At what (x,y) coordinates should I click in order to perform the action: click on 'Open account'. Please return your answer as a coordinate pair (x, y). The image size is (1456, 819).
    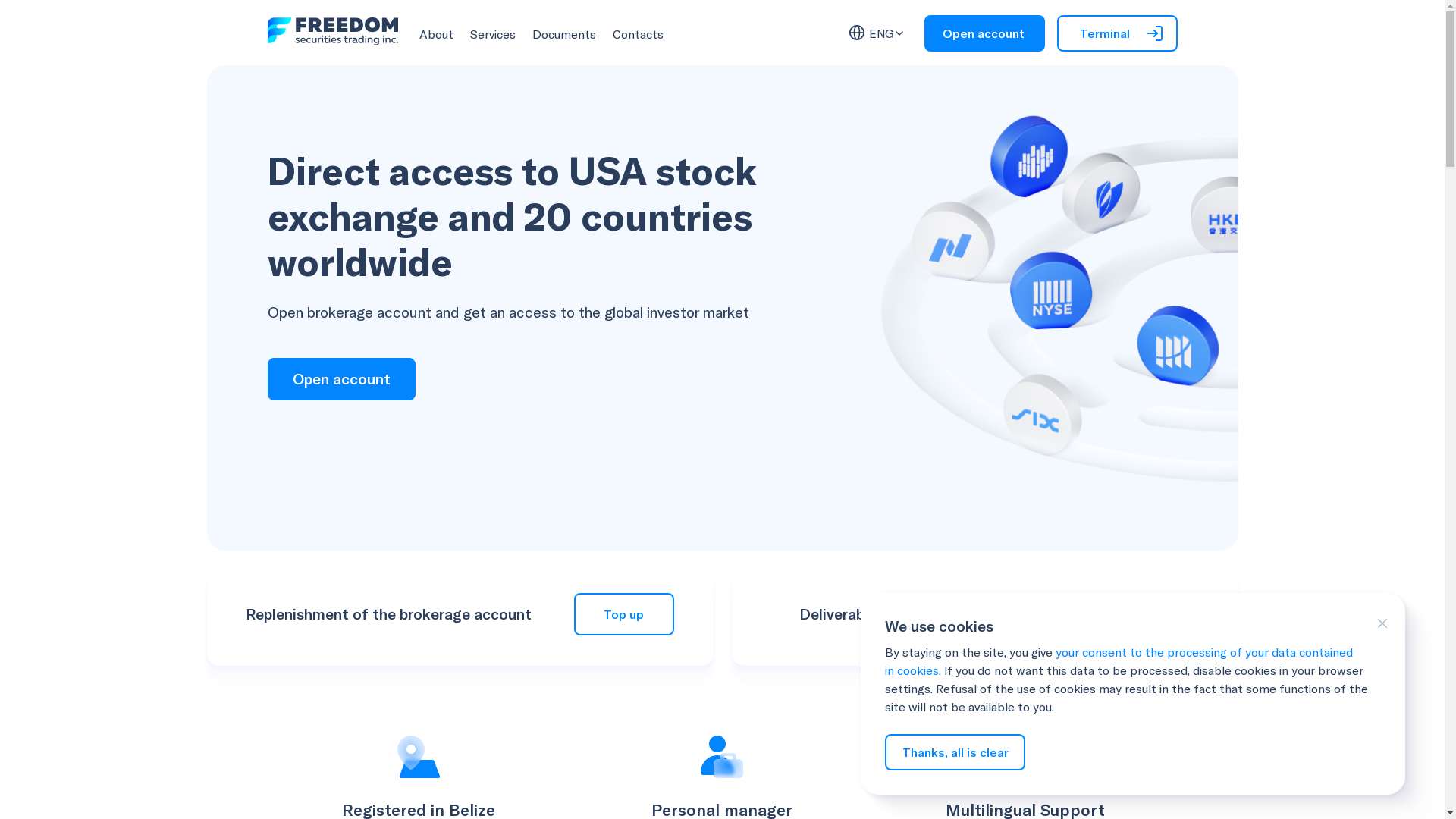
    Looking at the image, I should click on (340, 378).